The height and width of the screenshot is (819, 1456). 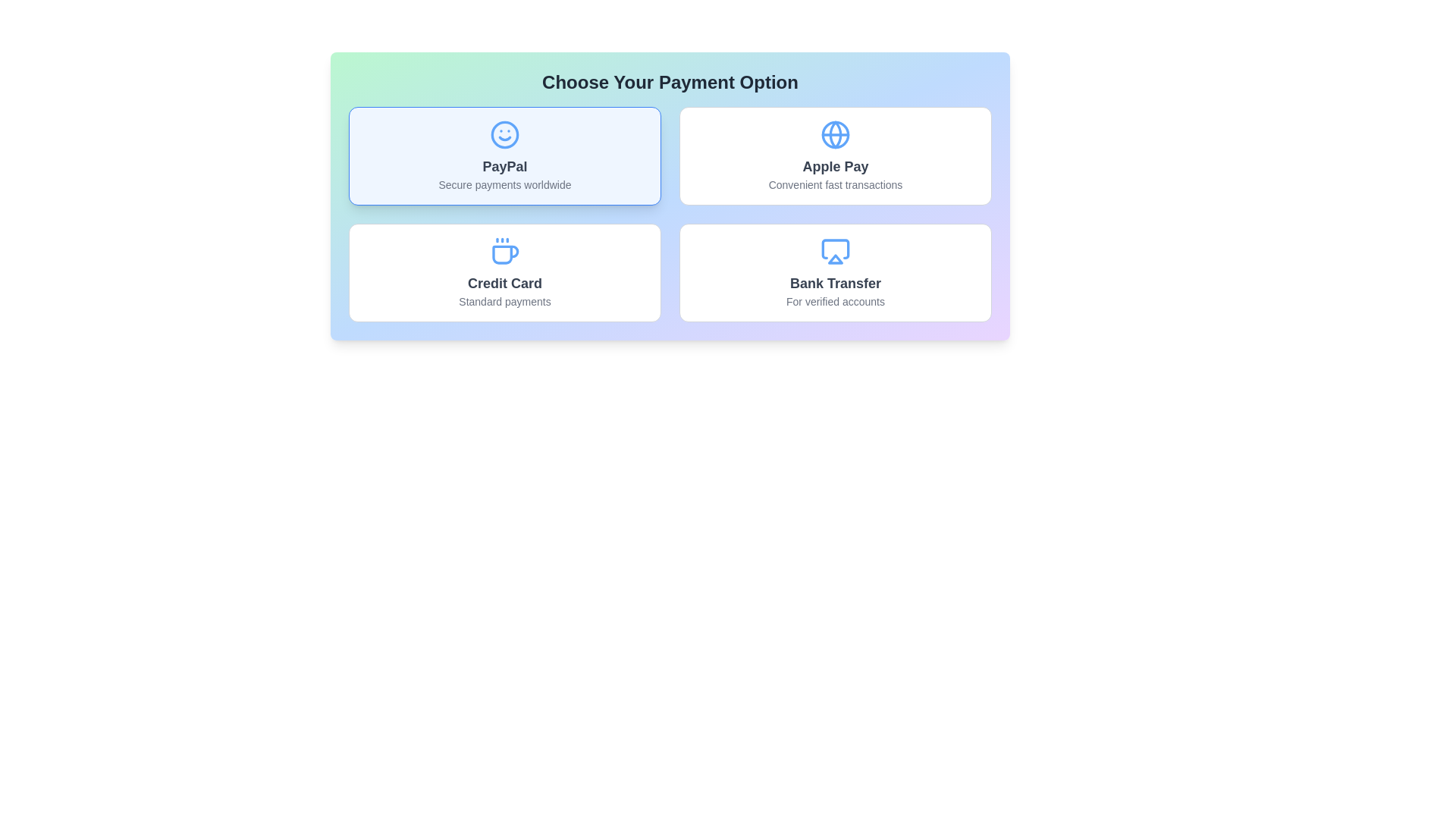 What do you see at coordinates (835, 133) in the screenshot?
I see `the Apple Pay icon located in the top-right card that visually represents the 'Apple Pay' payment method, situated above the text 'Apple Pay' and 'Convenient fast transactions'` at bounding box center [835, 133].